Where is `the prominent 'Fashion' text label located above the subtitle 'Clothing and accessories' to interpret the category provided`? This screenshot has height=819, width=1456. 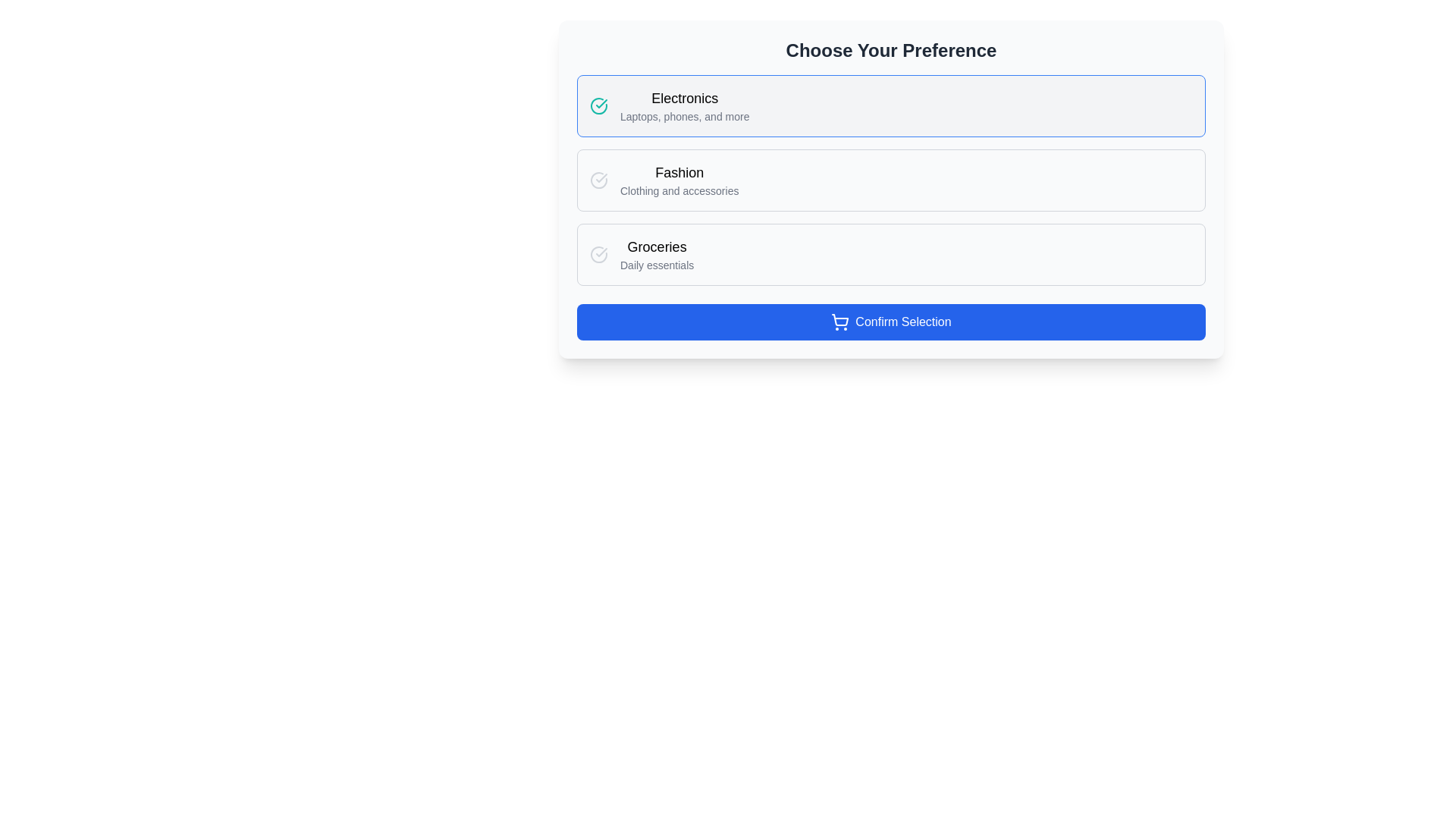
the prominent 'Fashion' text label located above the subtitle 'Clothing and accessories' to interpret the category provided is located at coordinates (679, 171).